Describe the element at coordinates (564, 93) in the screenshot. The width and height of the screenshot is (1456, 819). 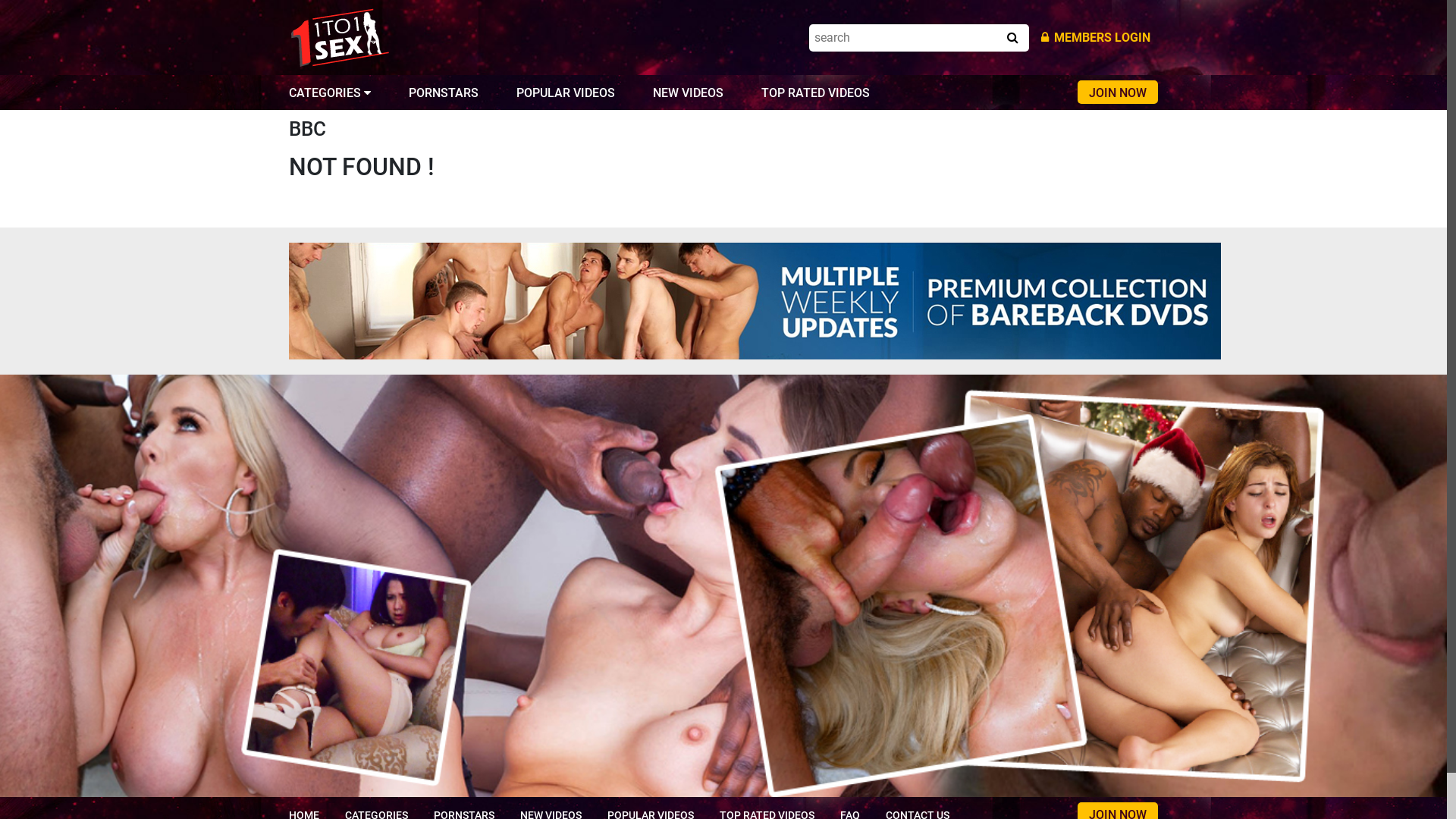
I see `'POPULAR VIDEOS'` at that location.